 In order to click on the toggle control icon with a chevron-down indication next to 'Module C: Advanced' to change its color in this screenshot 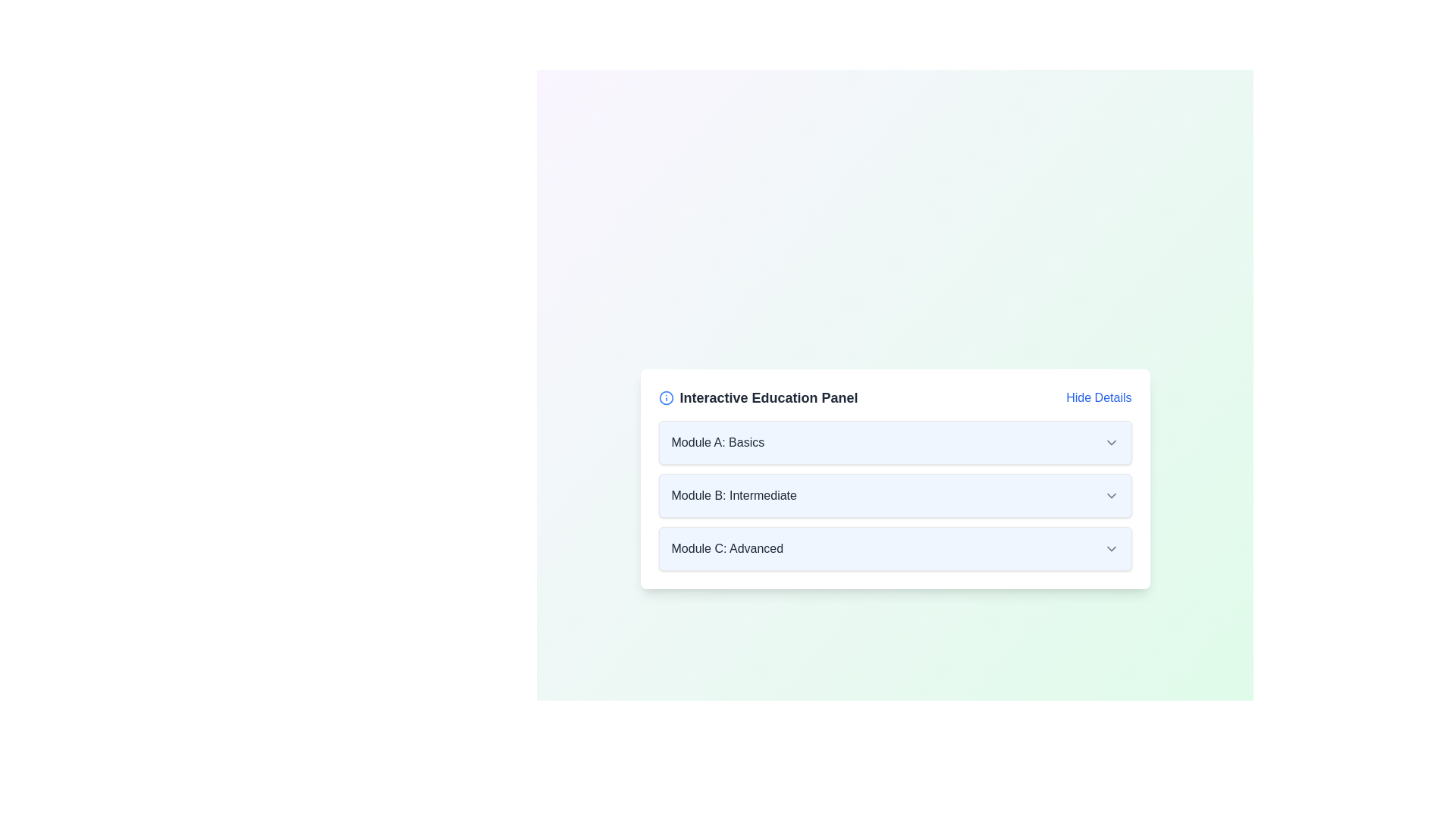, I will do `click(1111, 549)`.